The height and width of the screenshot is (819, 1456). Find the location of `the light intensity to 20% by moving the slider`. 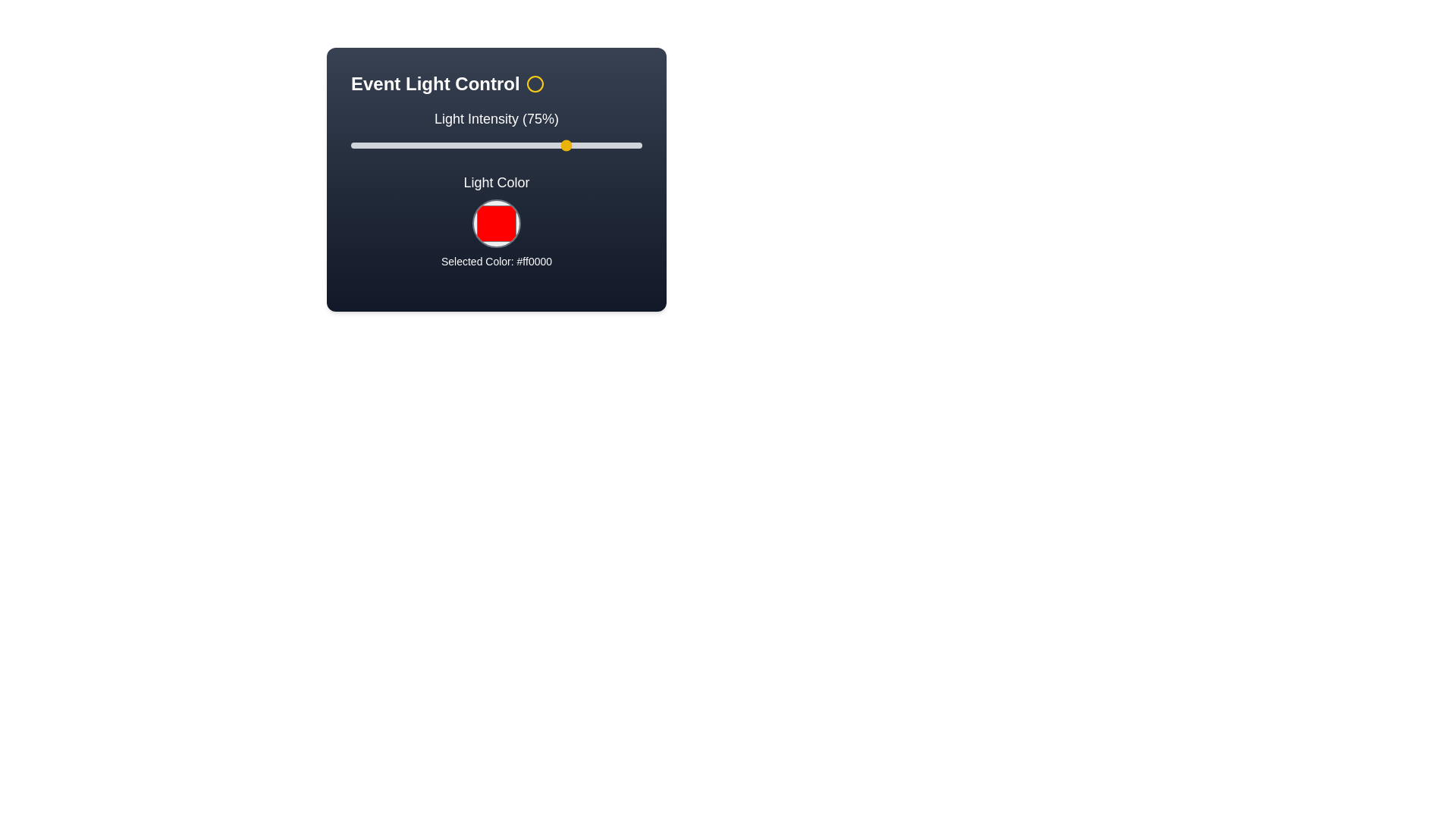

the light intensity to 20% by moving the slider is located at coordinates (409, 146).